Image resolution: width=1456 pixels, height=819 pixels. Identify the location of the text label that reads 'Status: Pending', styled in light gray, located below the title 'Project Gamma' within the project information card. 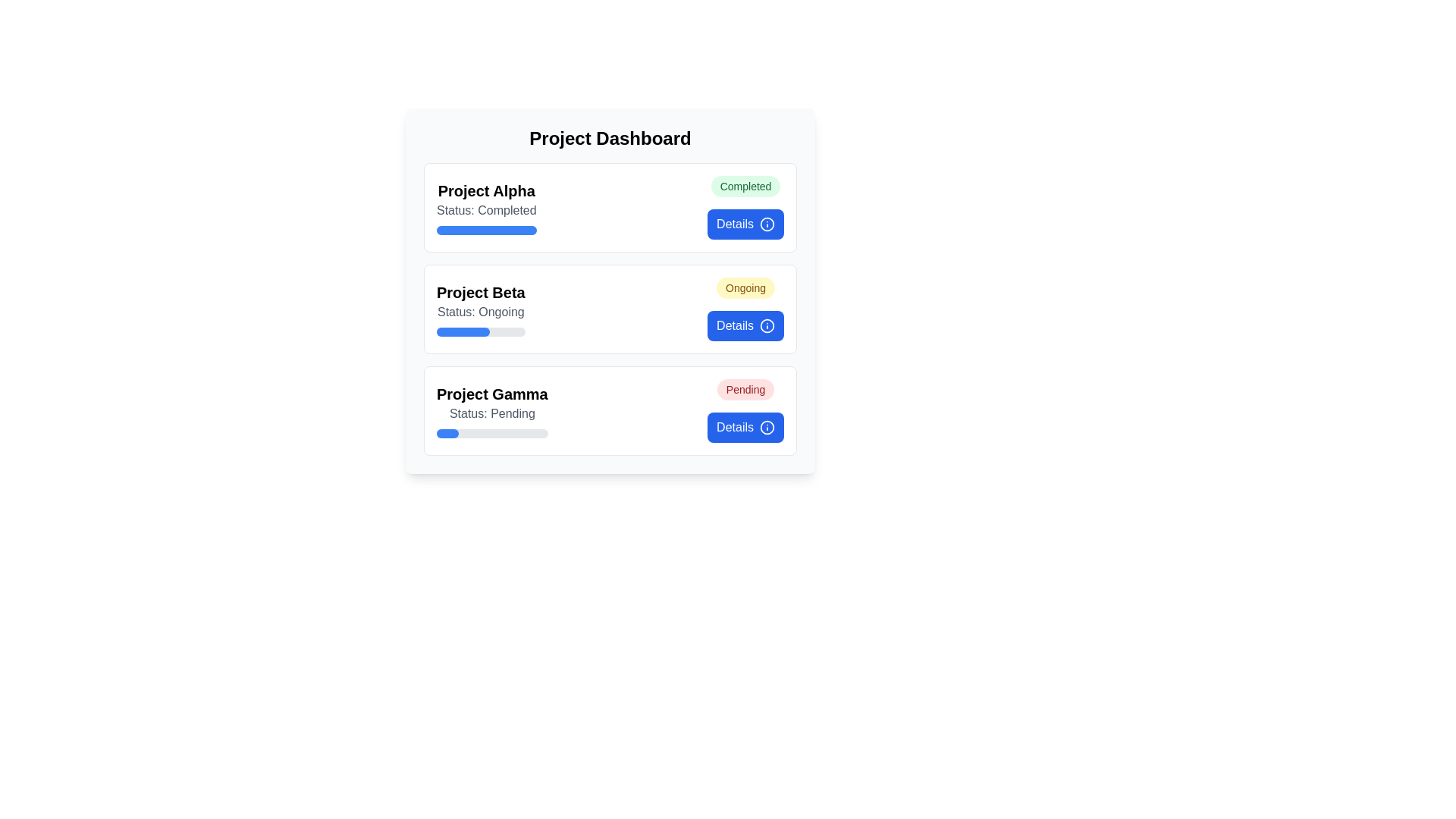
(492, 414).